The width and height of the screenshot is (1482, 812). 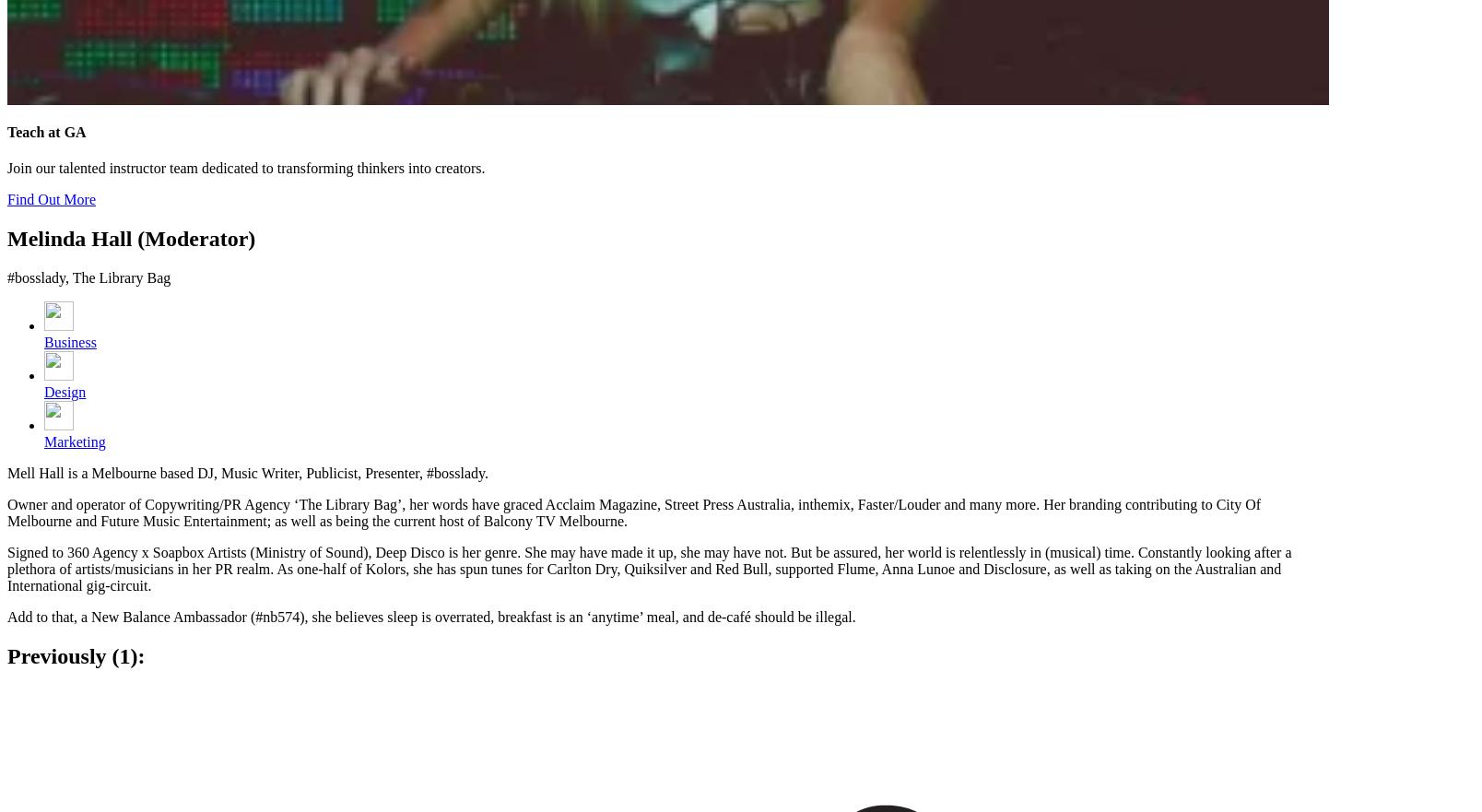 I want to click on 'Previously (1):', so click(x=76, y=655).